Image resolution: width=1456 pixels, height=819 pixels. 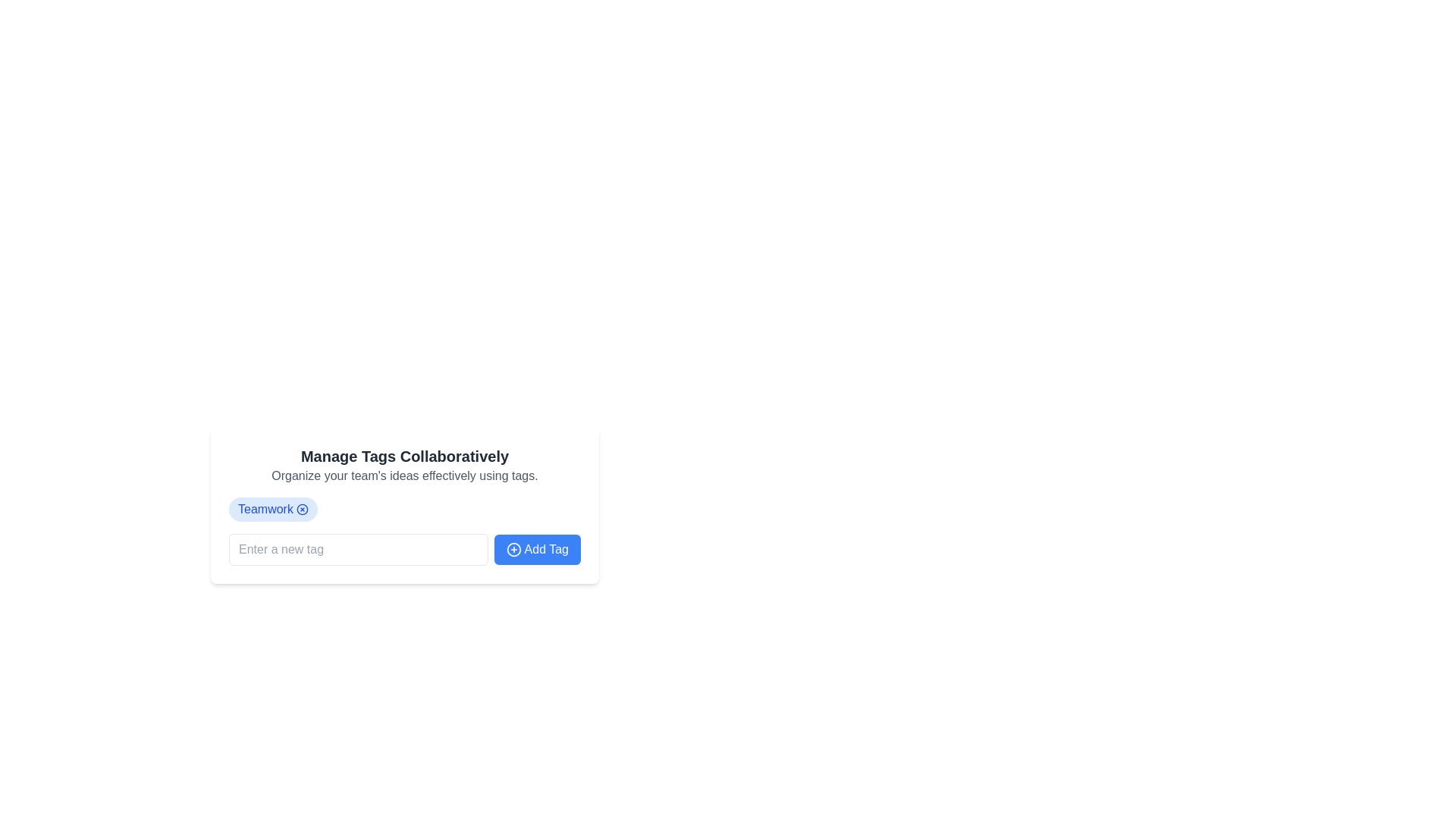 I want to click on the 'Teamwork' text label, which is styled with a bold blue font and located inside a light blue rounded rectangular area, to focus on it, so click(x=265, y=509).